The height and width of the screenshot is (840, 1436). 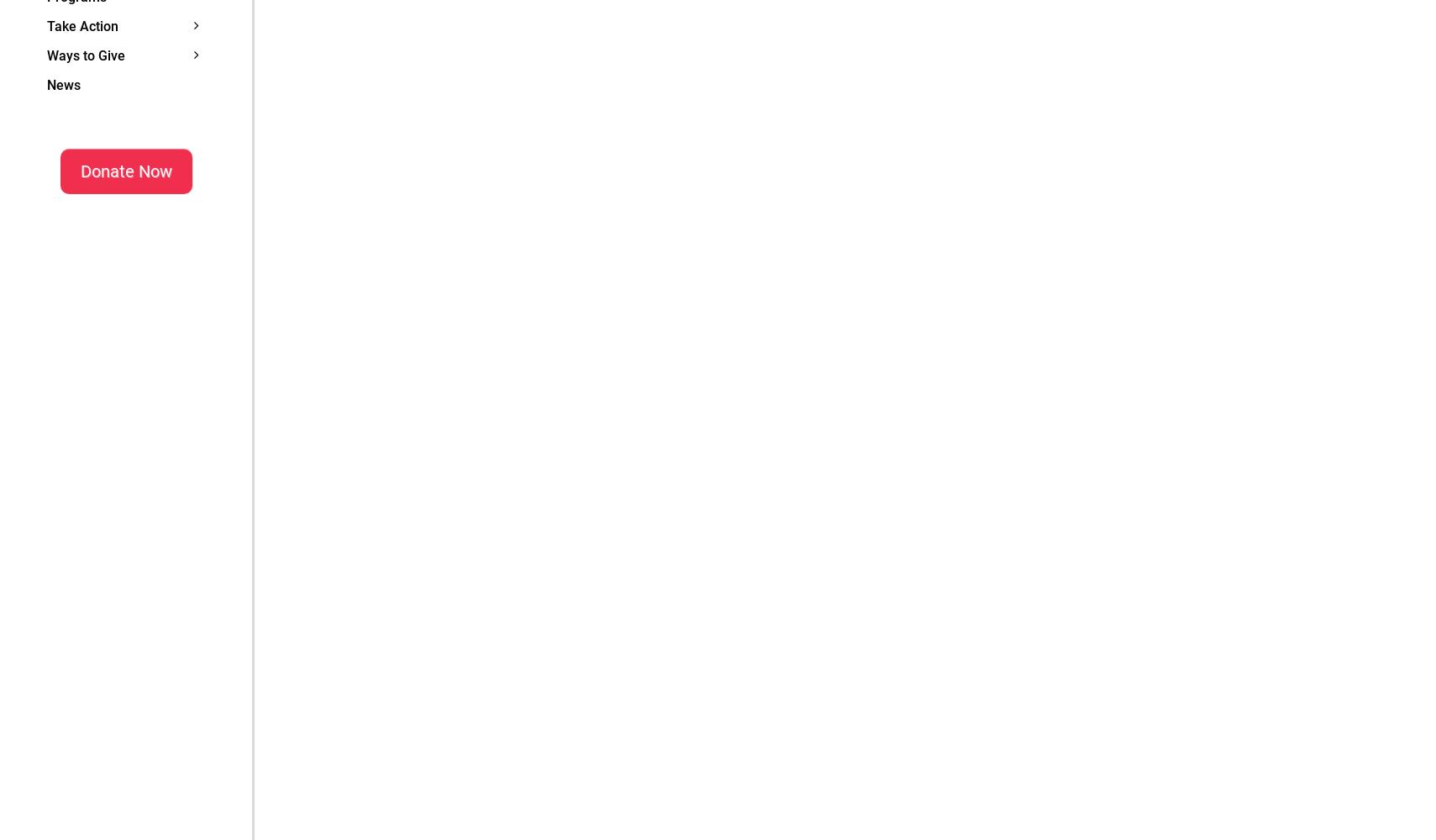 I want to click on 'News', so click(x=63, y=83).